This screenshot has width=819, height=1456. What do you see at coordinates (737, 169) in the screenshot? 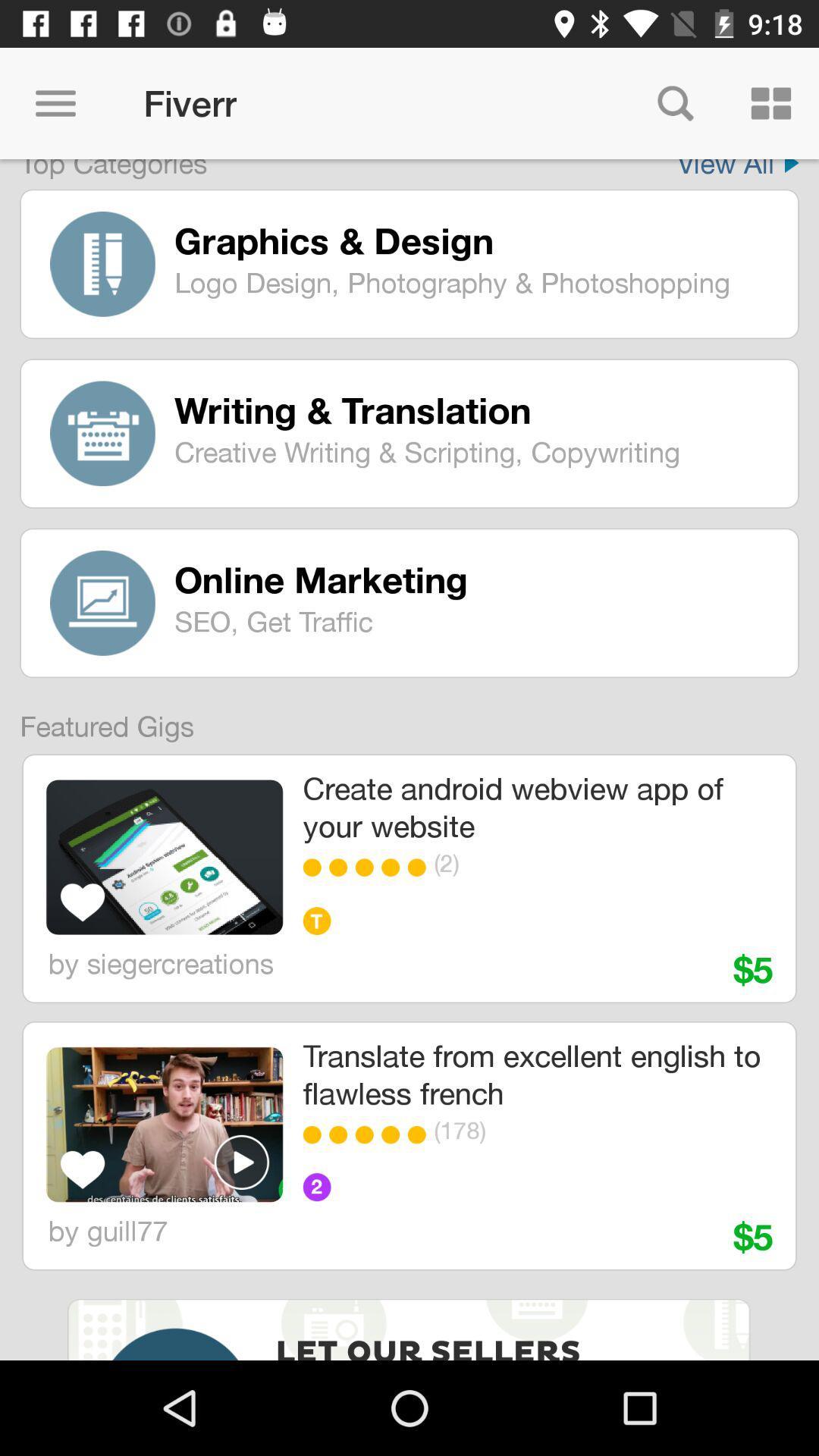
I see `the item next to top categories item` at bounding box center [737, 169].